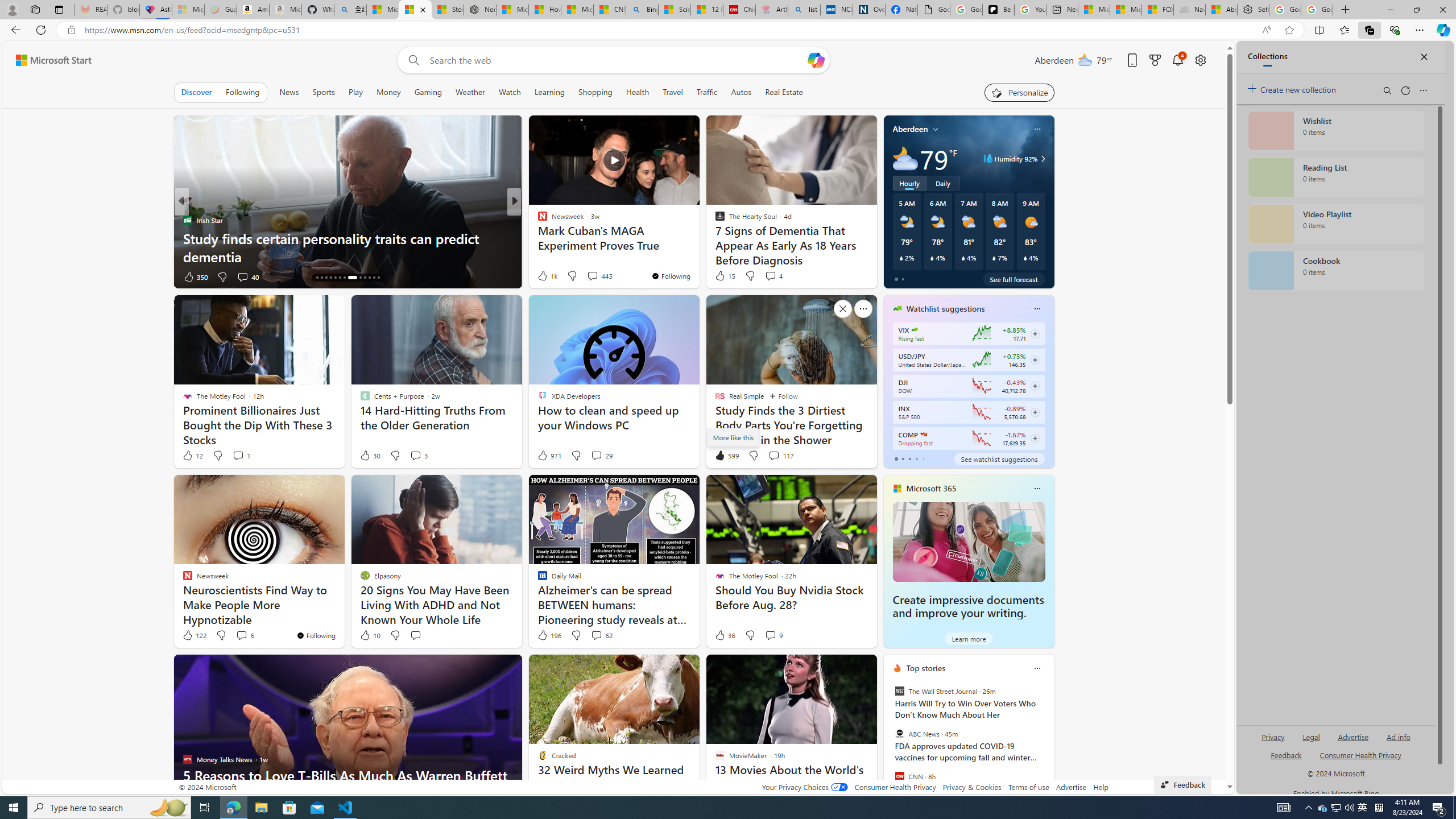 The width and height of the screenshot is (1456, 819). What do you see at coordinates (193, 634) in the screenshot?
I see `'122 Like'` at bounding box center [193, 634].